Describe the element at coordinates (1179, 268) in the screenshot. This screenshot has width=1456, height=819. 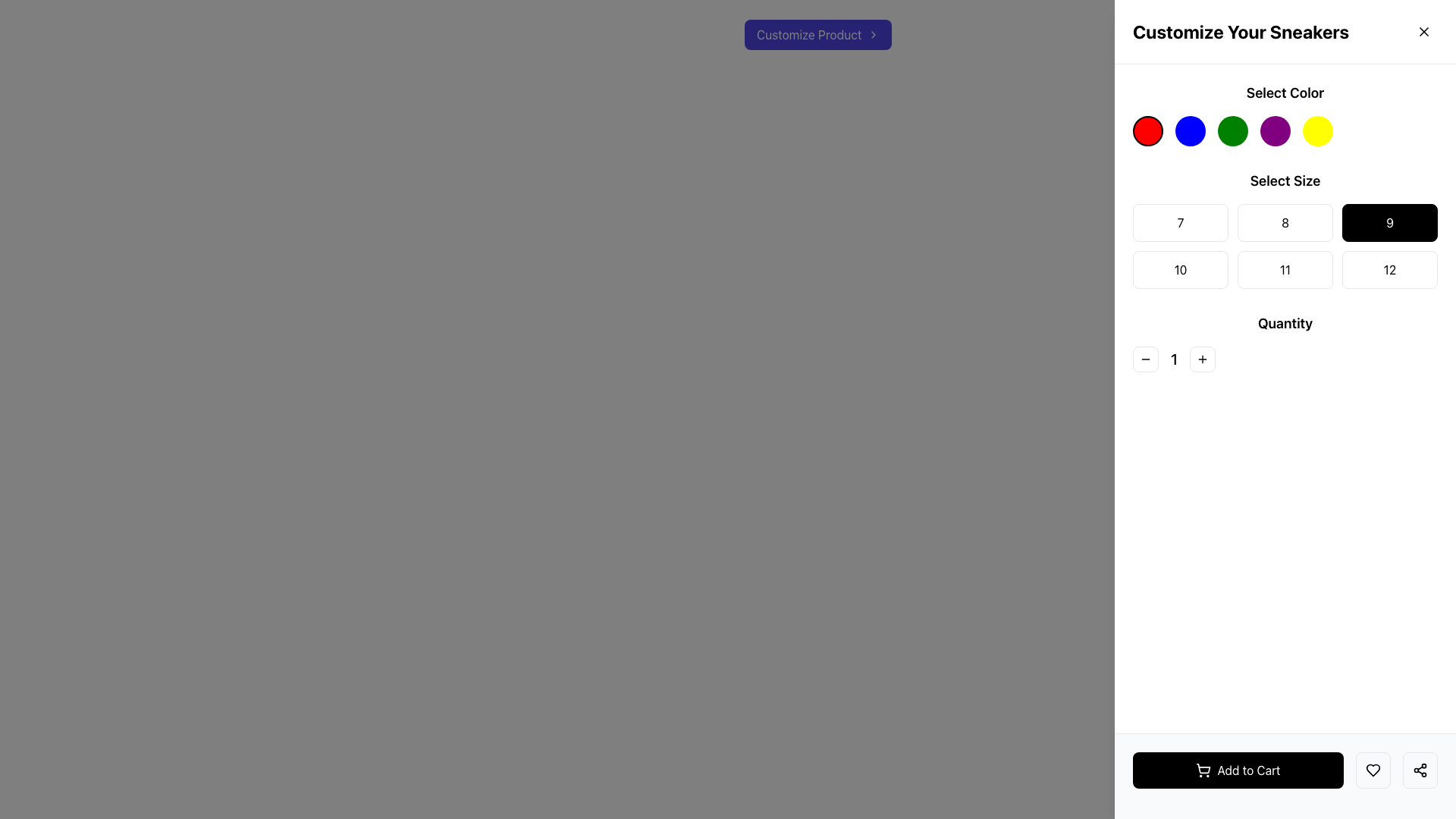
I see `the button labeled '10' in the 'Select Size' section` at that location.